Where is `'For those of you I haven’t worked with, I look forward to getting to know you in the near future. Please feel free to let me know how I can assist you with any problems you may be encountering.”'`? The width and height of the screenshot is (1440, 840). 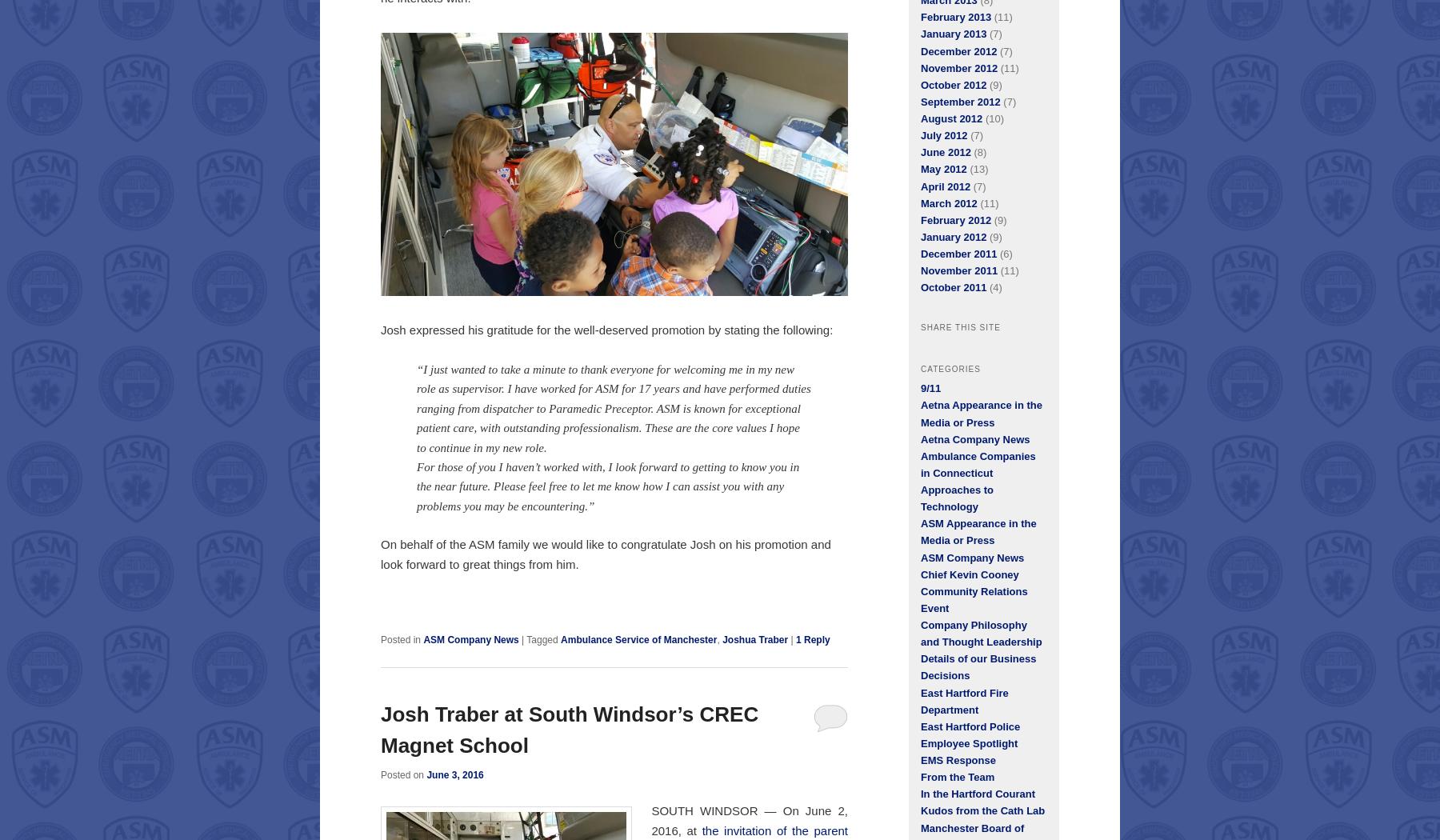
'For those of you I haven’t worked with, I look forward to getting to know you in the near future. Please feel free to let me know how I can assist you with any problems you may be encountering.”' is located at coordinates (606, 486).